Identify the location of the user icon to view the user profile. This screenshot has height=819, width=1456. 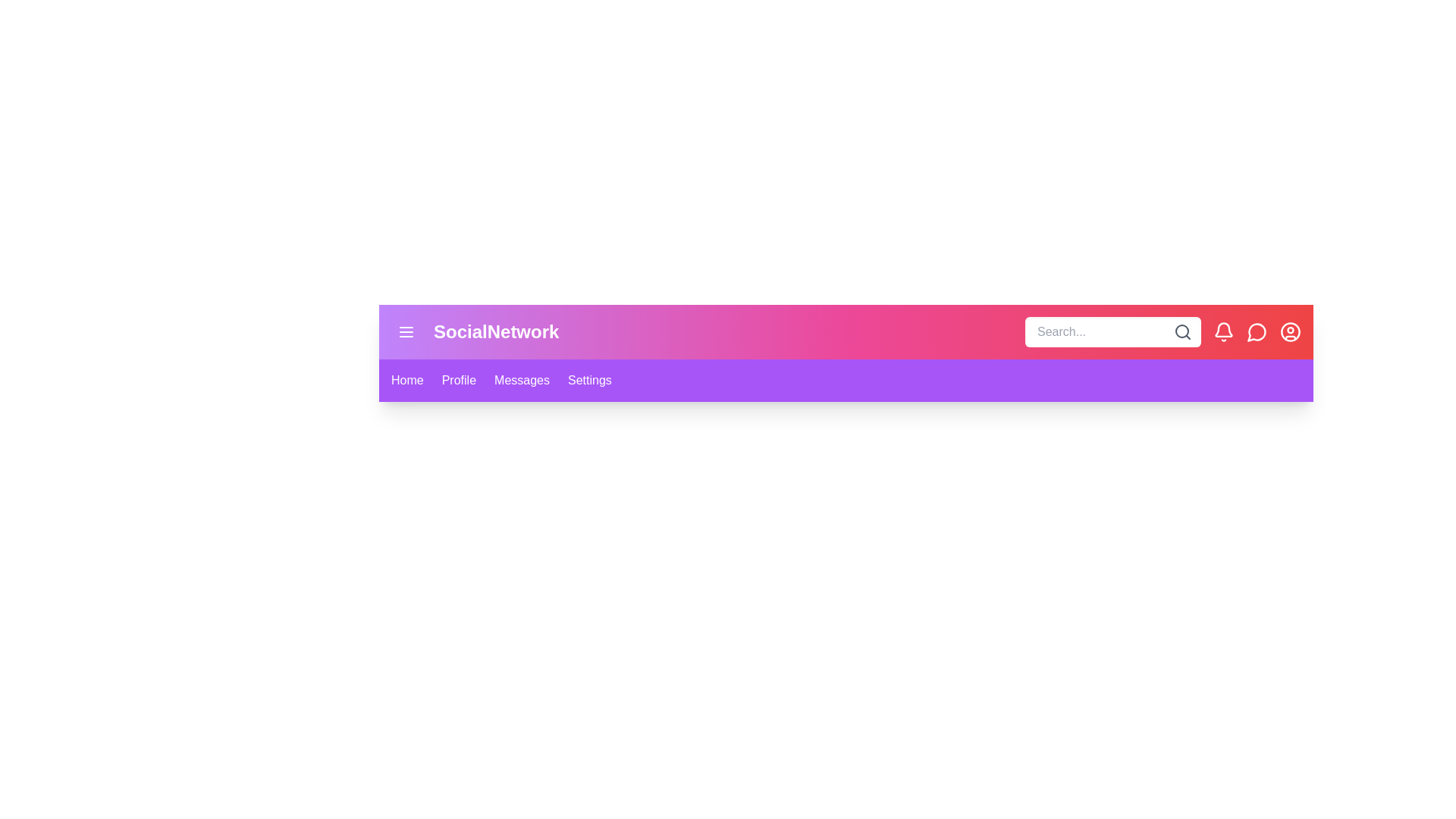
(1290, 331).